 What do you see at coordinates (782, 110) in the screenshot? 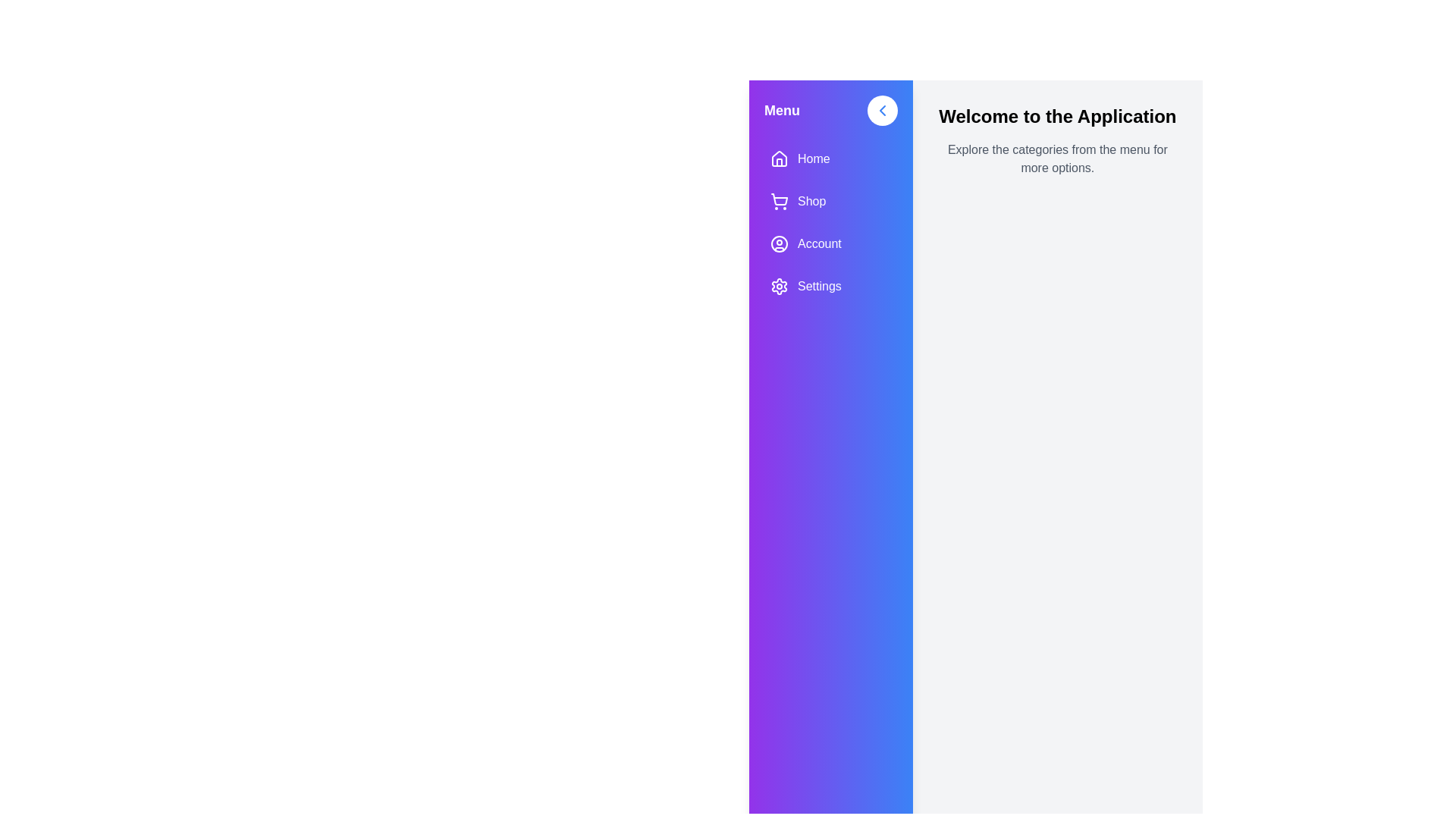
I see `the static text label at the top of the vertical navigation panel on the far left side of the application interface` at bounding box center [782, 110].